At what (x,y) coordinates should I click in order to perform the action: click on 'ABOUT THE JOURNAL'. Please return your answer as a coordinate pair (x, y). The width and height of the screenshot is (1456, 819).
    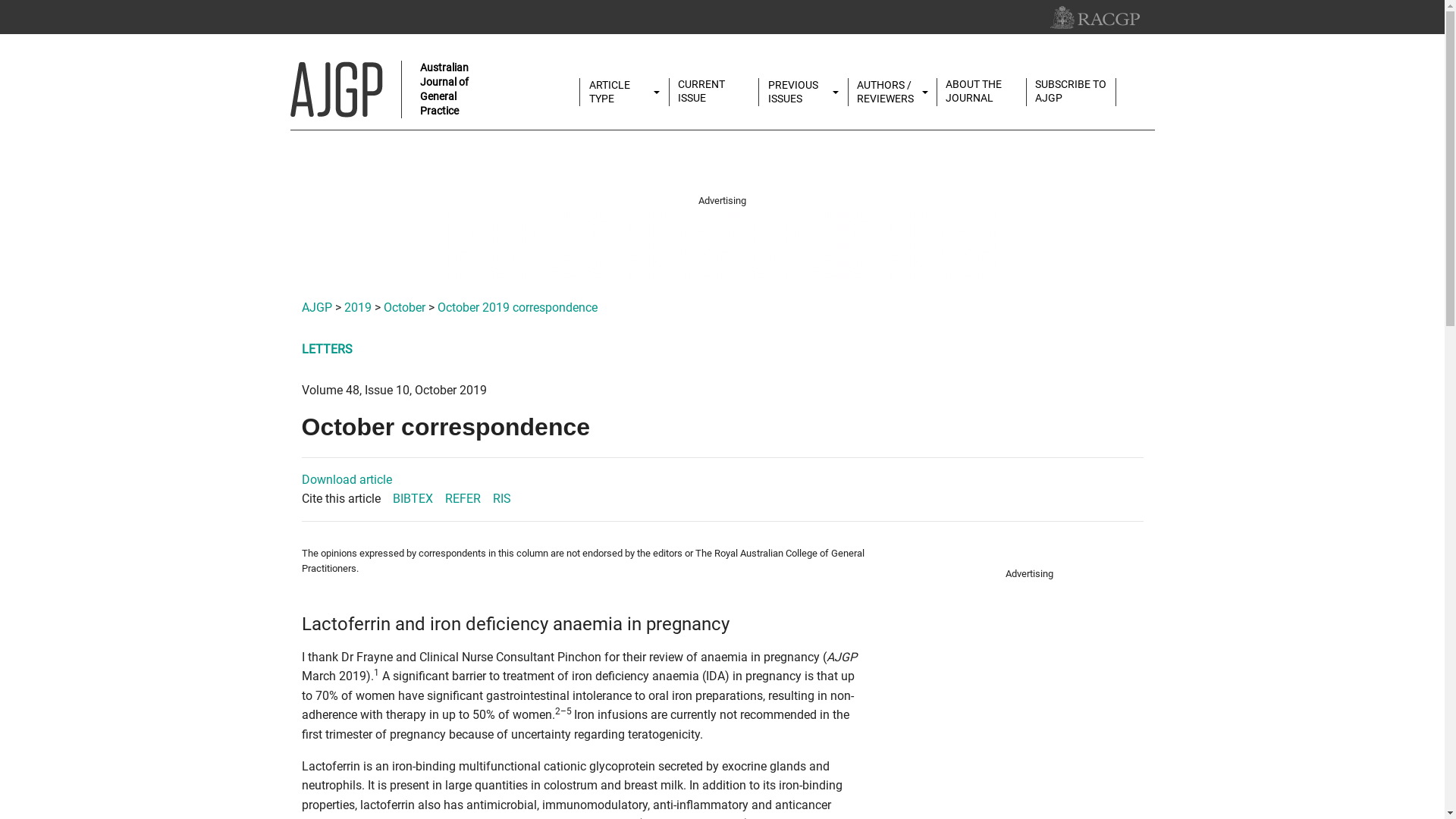
    Looking at the image, I should click on (937, 91).